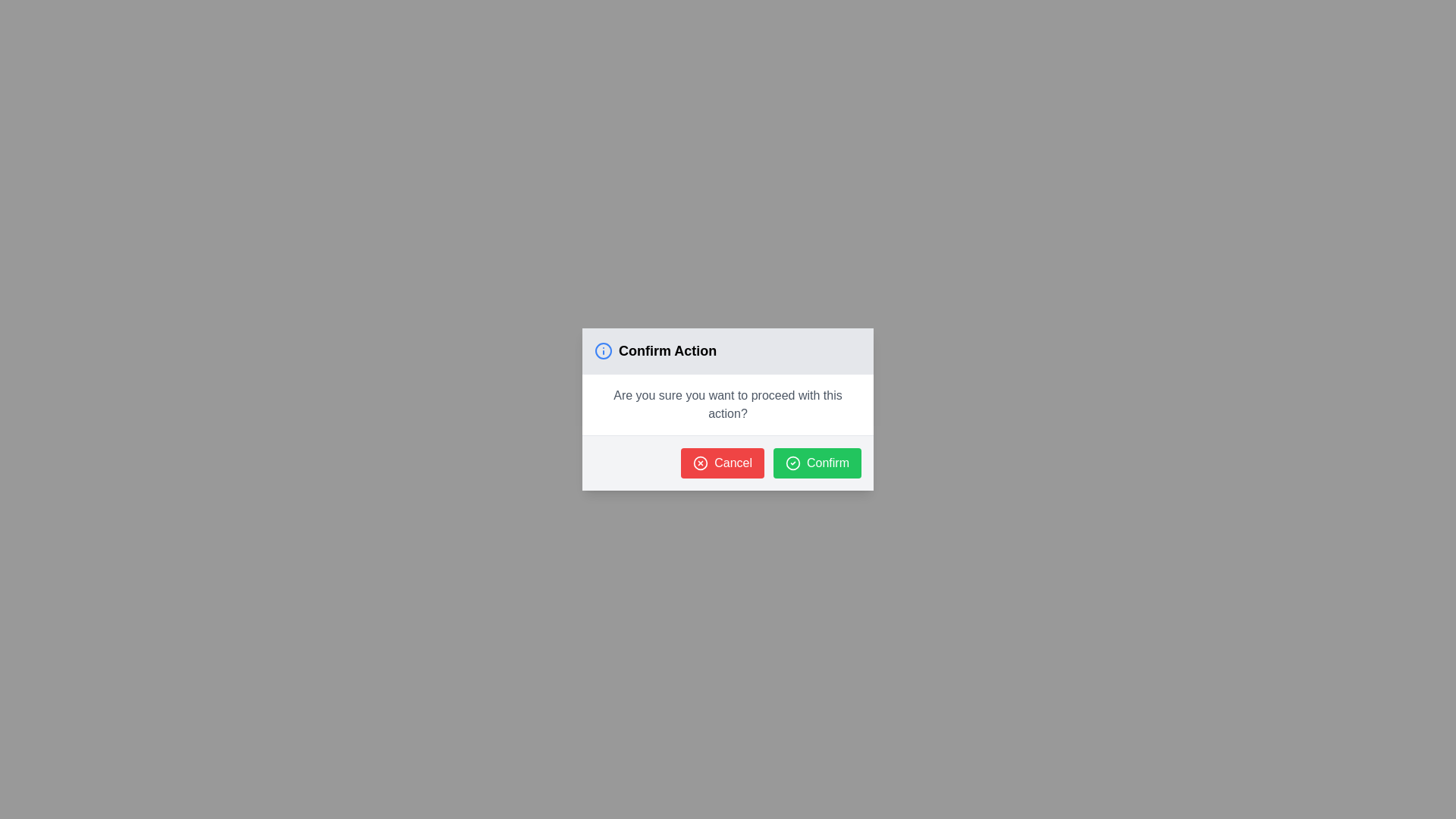 Image resolution: width=1456 pixels, height=819 pixels. Describe the element at coordinates (817, 462) in the screenshot. I see `the confirmation button located at the bottom right of the modal dialog box to confirm the action` at that location.